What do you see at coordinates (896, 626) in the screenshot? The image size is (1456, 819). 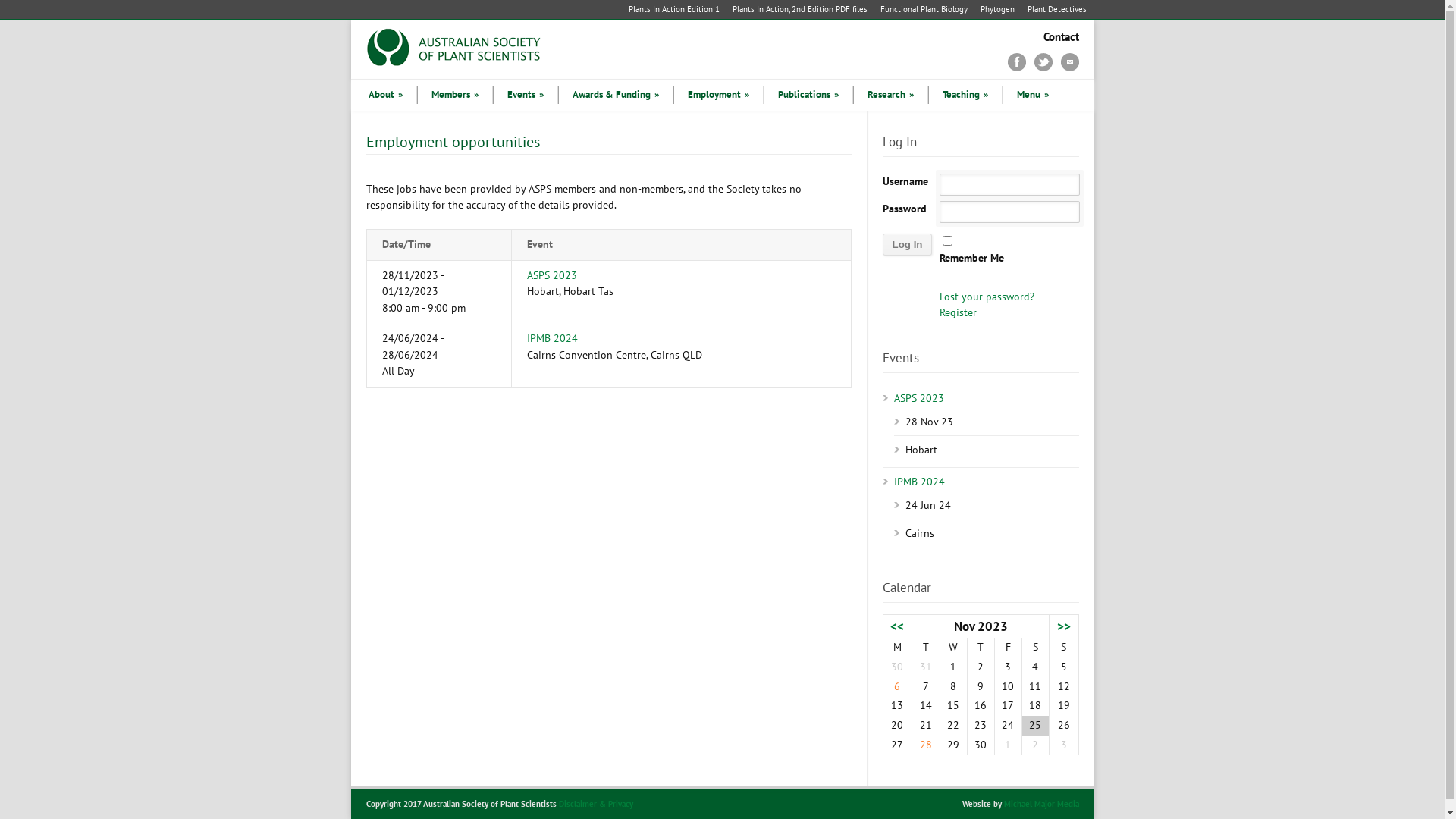 I see `'<<'` at bounding box center [896, 626].